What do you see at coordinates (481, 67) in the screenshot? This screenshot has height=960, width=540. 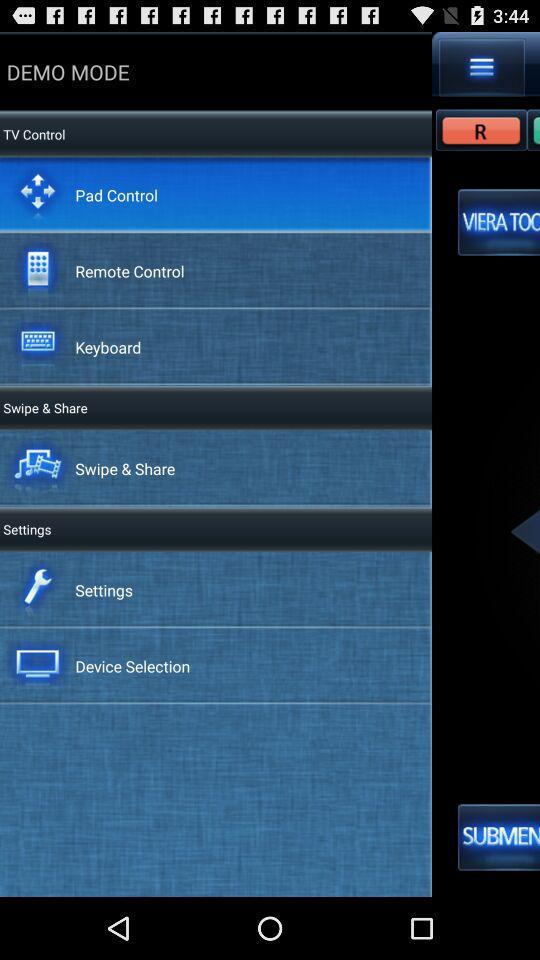 I see `more options` at bounding box center [481, 67].